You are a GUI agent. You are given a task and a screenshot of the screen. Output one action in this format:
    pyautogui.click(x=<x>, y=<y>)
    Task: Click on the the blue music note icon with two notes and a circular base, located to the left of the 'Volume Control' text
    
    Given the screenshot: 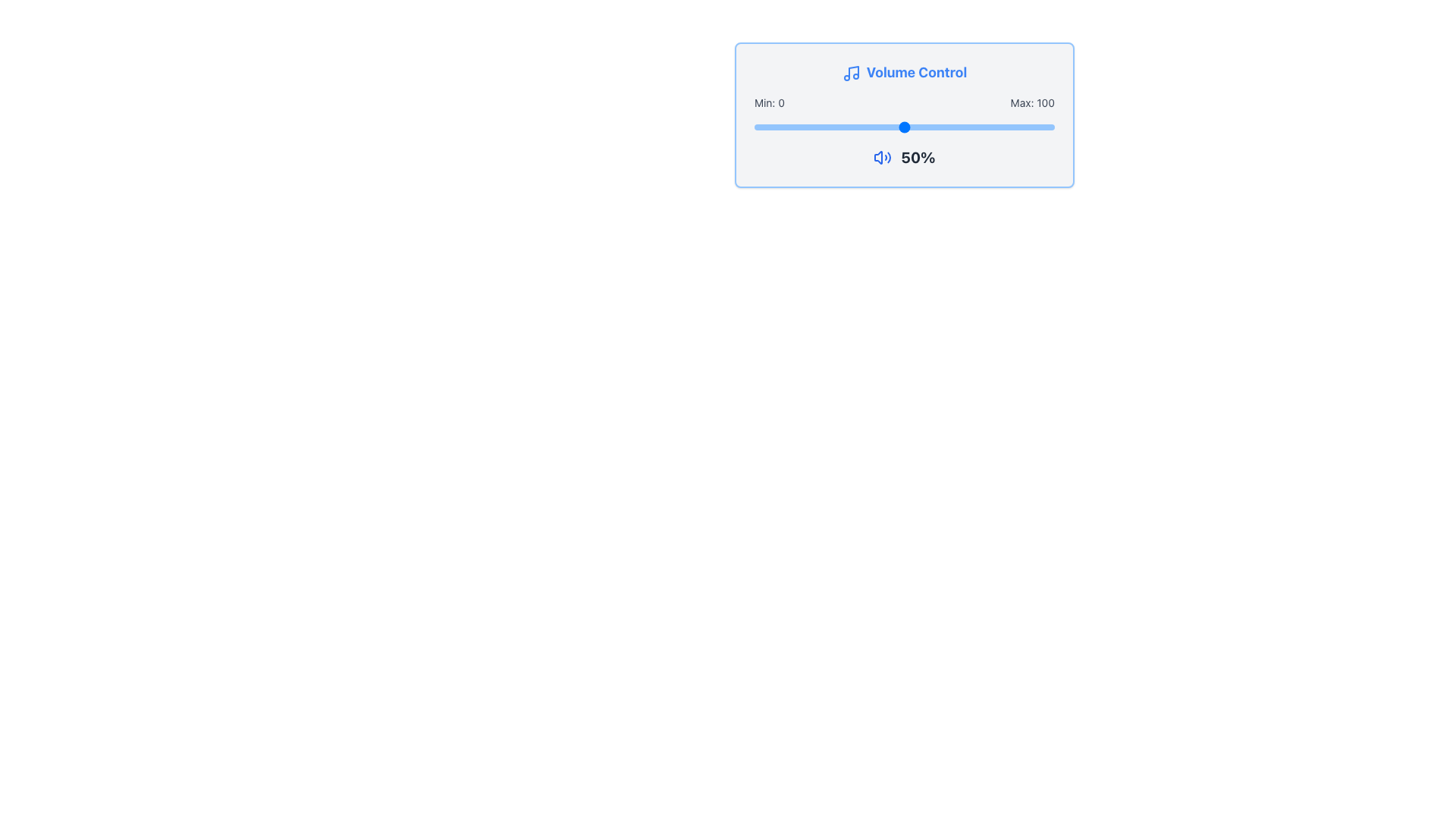 What is the action you would take?
    pyautogui.click(x=851, y=74)
    